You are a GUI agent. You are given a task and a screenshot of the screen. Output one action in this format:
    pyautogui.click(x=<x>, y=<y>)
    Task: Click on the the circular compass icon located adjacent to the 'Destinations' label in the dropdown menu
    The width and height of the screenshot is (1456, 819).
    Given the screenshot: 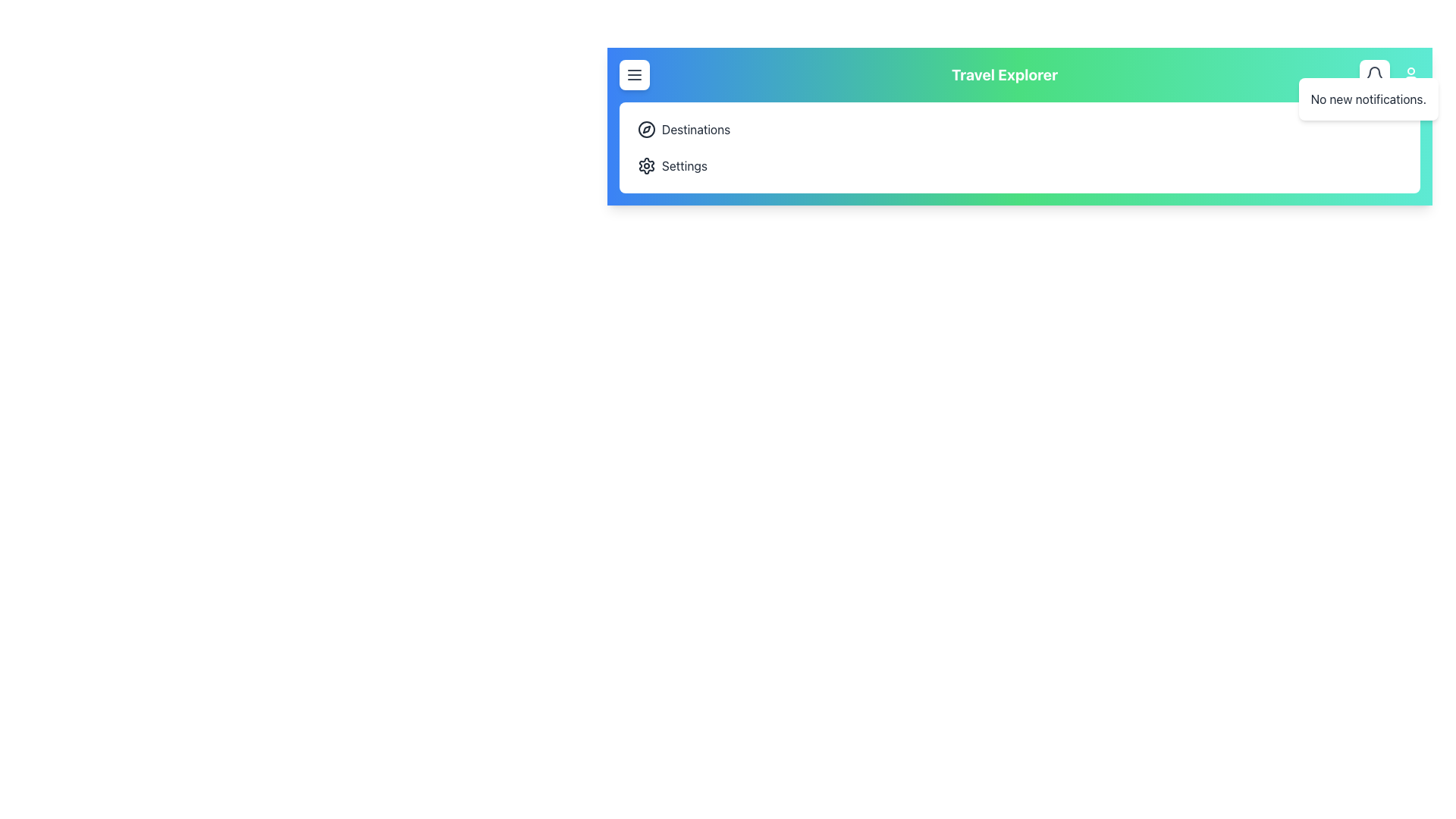 What is the action you would take?
    pyautogui.click(x=647, y=128)
    